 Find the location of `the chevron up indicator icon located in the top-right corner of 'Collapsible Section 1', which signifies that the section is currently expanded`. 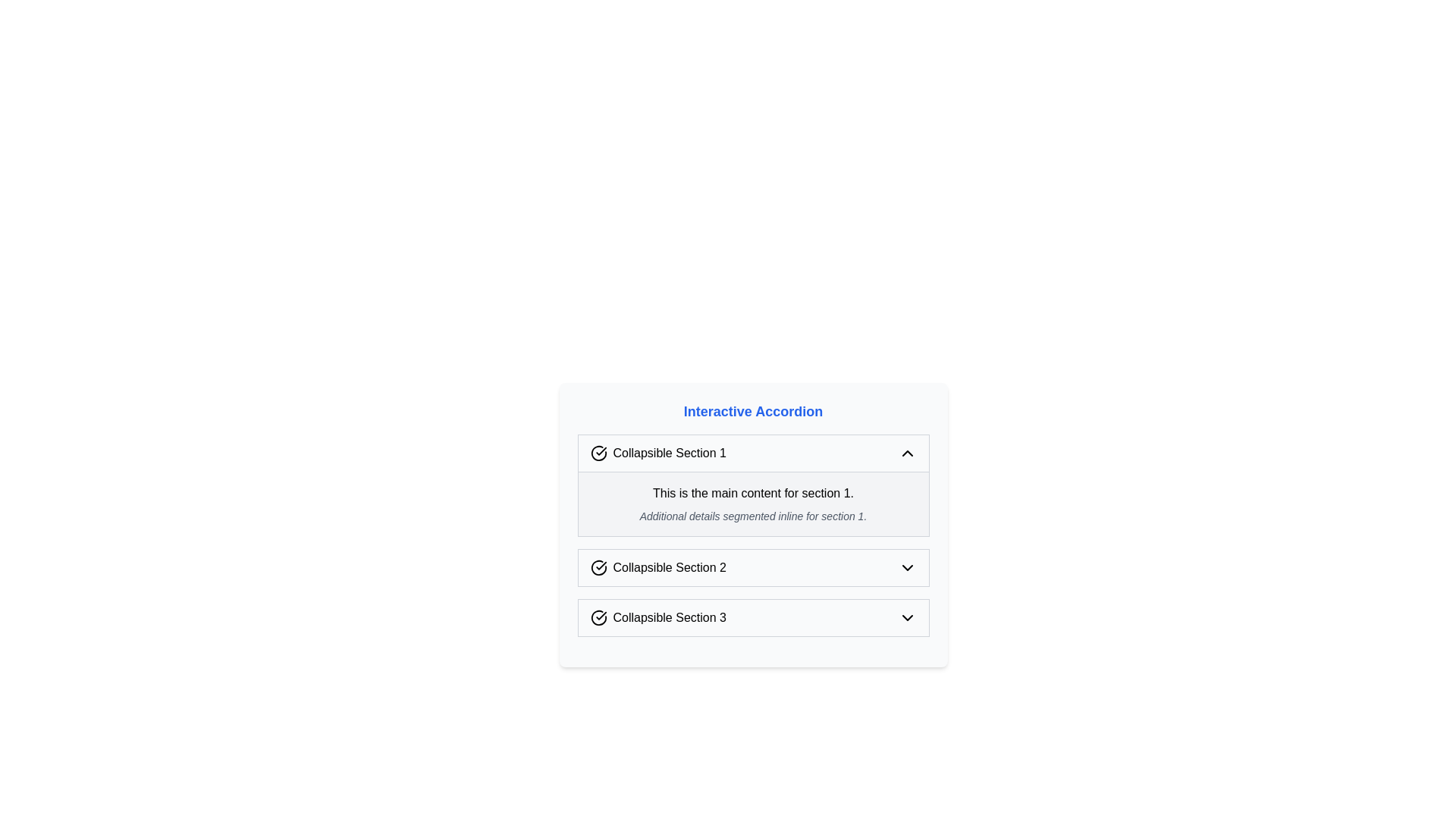

the chevron up indicator icon located in the top-right corner of 'Collapsible Section 1', which signifies that the section is currently expanded is located at coordinates (907, 452).